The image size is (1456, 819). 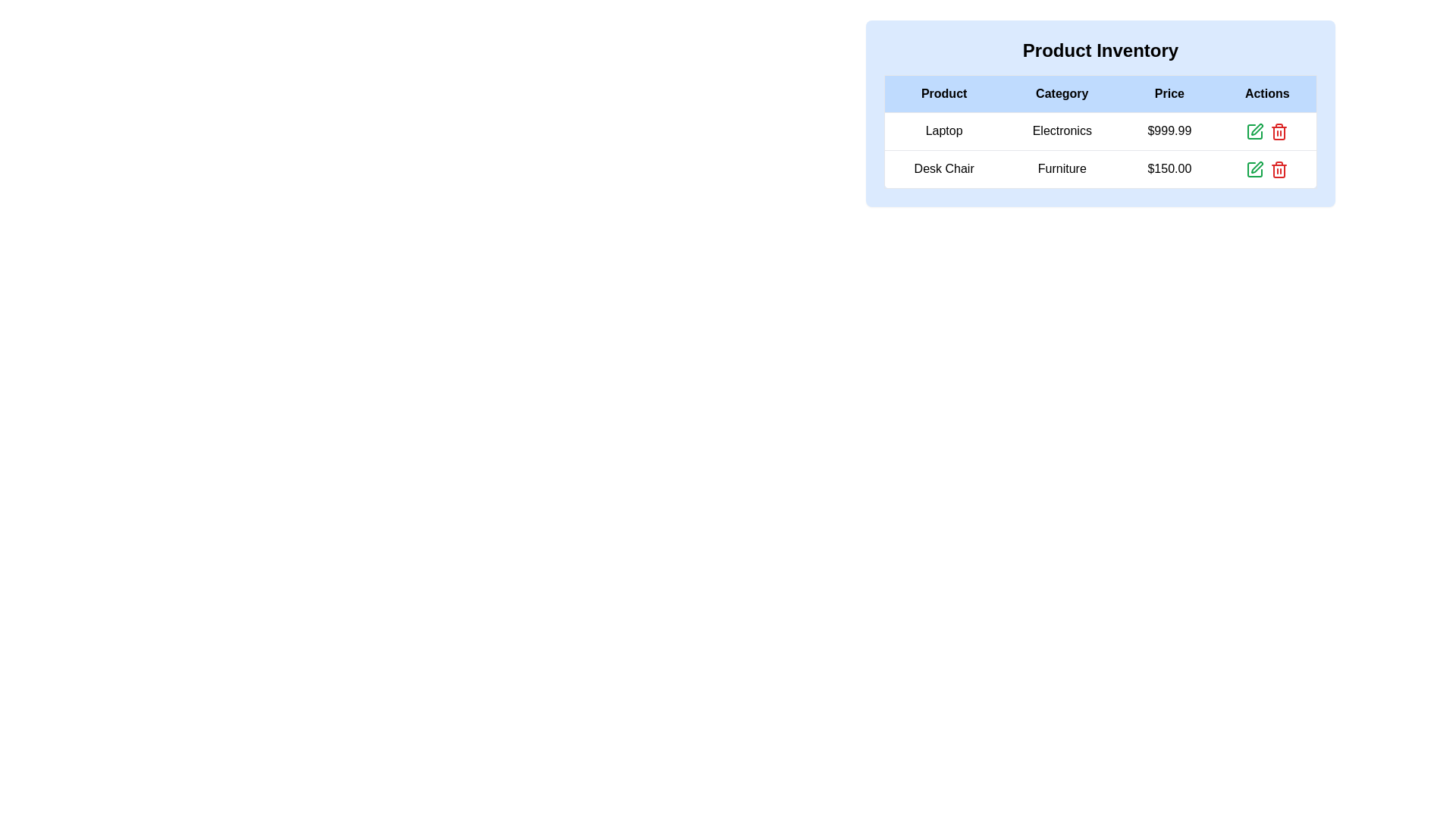 I want to click on the text label displaying the price '$150.00' in the second row of the table under the 'Price' column, which is aligned with the 'Desk Chair' and 'Furniture' columns, so click(x=1169, y=169).